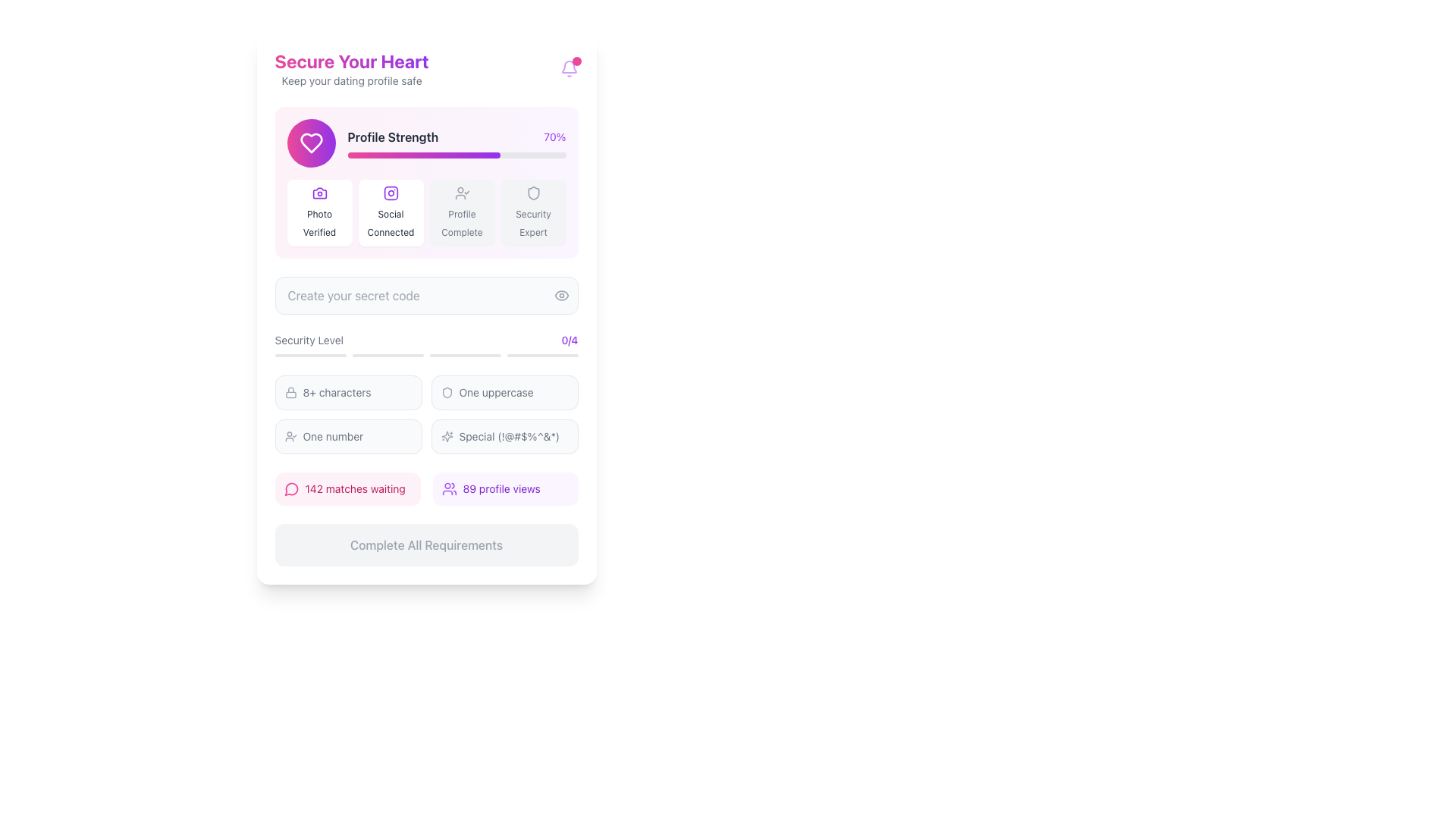 Image resolution: width=1456 pixels, height=819 pixels. What do you see at coordinates (533, 213) in the screenshot?
I see `the fourth Information card in the horizontal grid located below the 'Profile Strength' bar, which indicates the user's security expertise attribute` at bounding box center [533, 213].